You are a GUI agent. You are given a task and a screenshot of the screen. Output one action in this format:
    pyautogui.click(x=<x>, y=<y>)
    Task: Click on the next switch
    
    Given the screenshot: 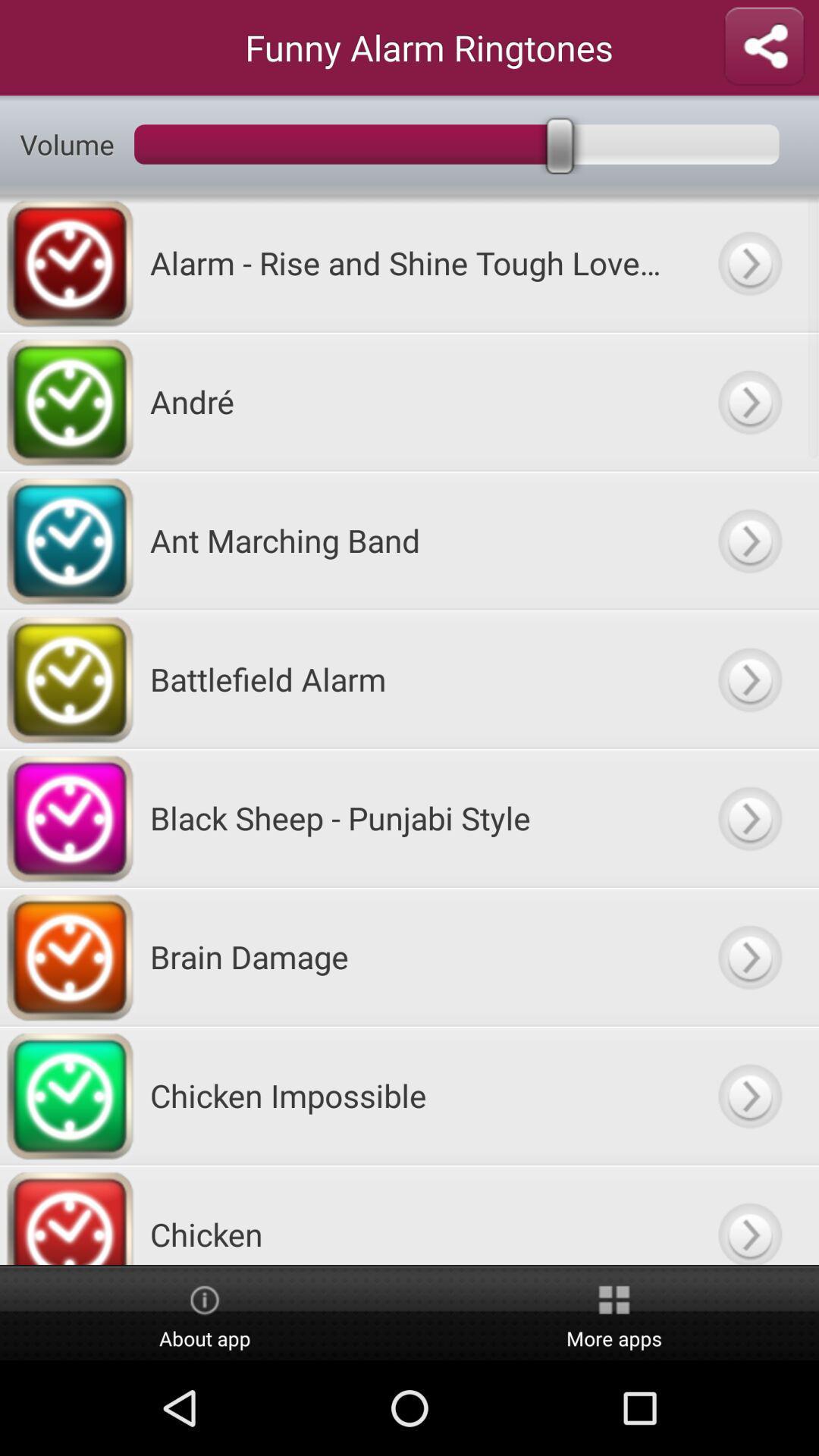 What is the action you would take?
    pyautogui.click(x=748, y=262)
    